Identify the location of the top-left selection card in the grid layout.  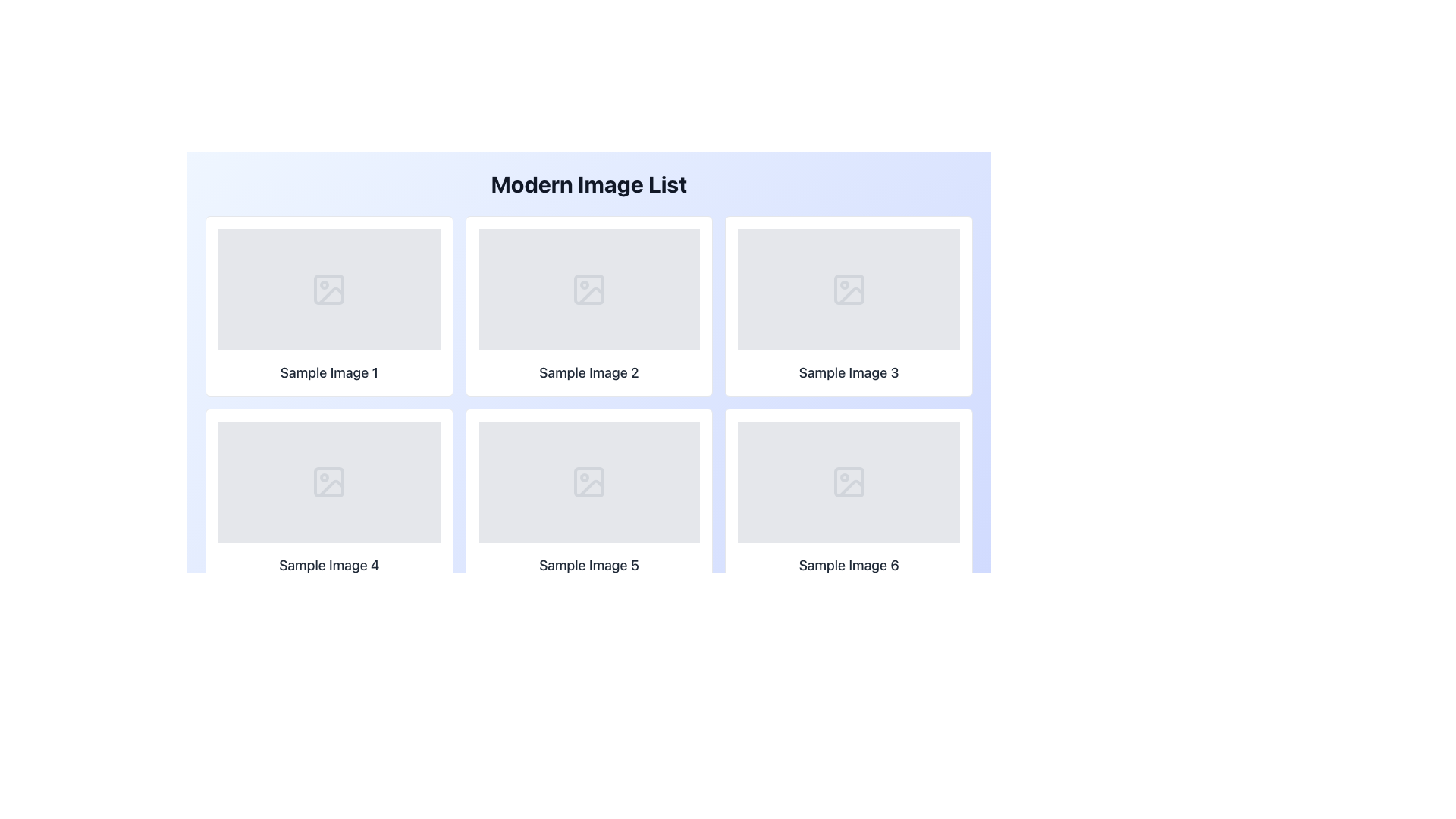
(328, 306).